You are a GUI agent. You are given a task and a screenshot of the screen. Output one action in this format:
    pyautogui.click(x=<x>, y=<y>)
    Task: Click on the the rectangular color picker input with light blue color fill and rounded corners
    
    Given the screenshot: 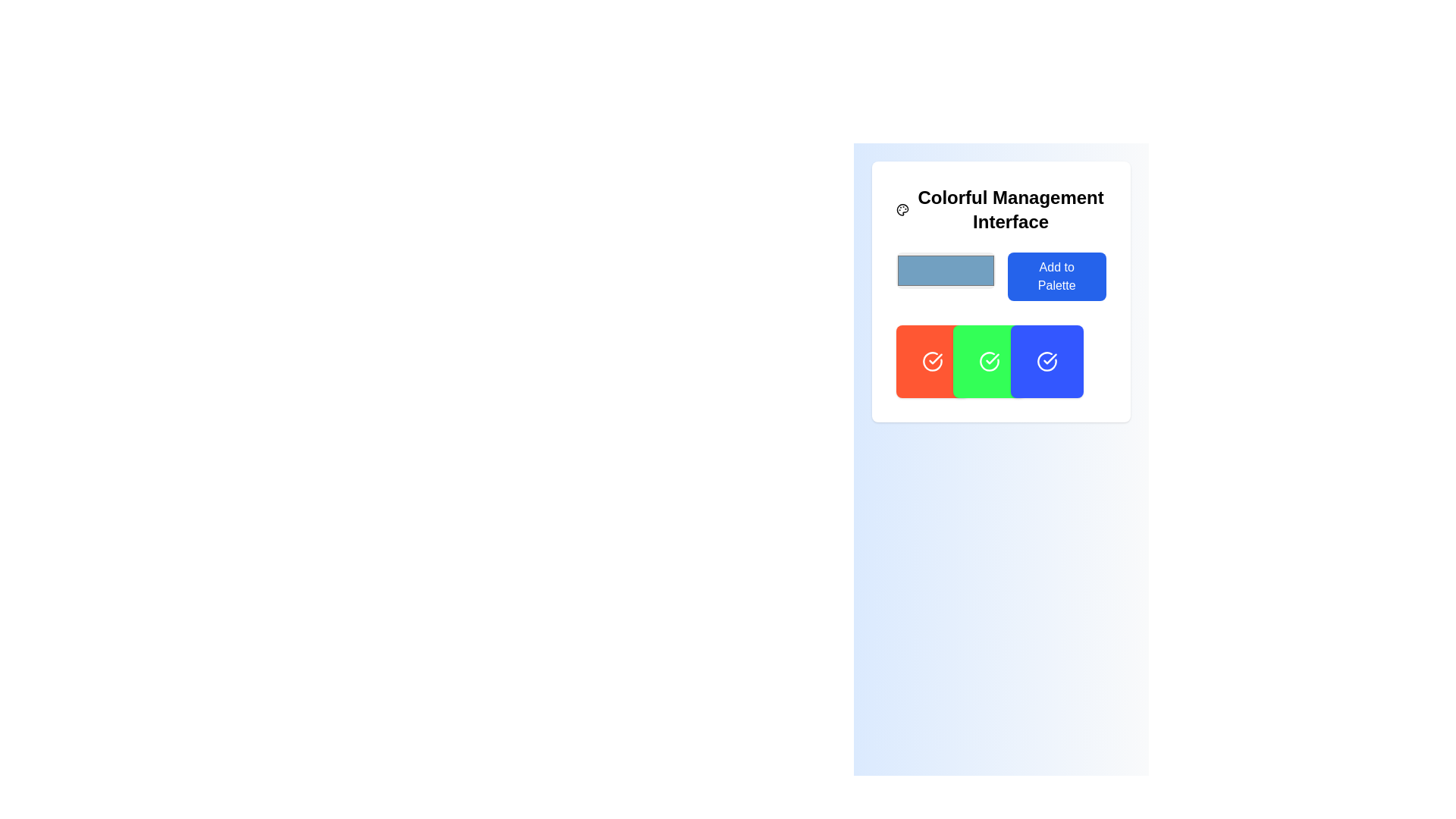 What is the action you would take?
    pyautogui.click(x=945, y=270)
    